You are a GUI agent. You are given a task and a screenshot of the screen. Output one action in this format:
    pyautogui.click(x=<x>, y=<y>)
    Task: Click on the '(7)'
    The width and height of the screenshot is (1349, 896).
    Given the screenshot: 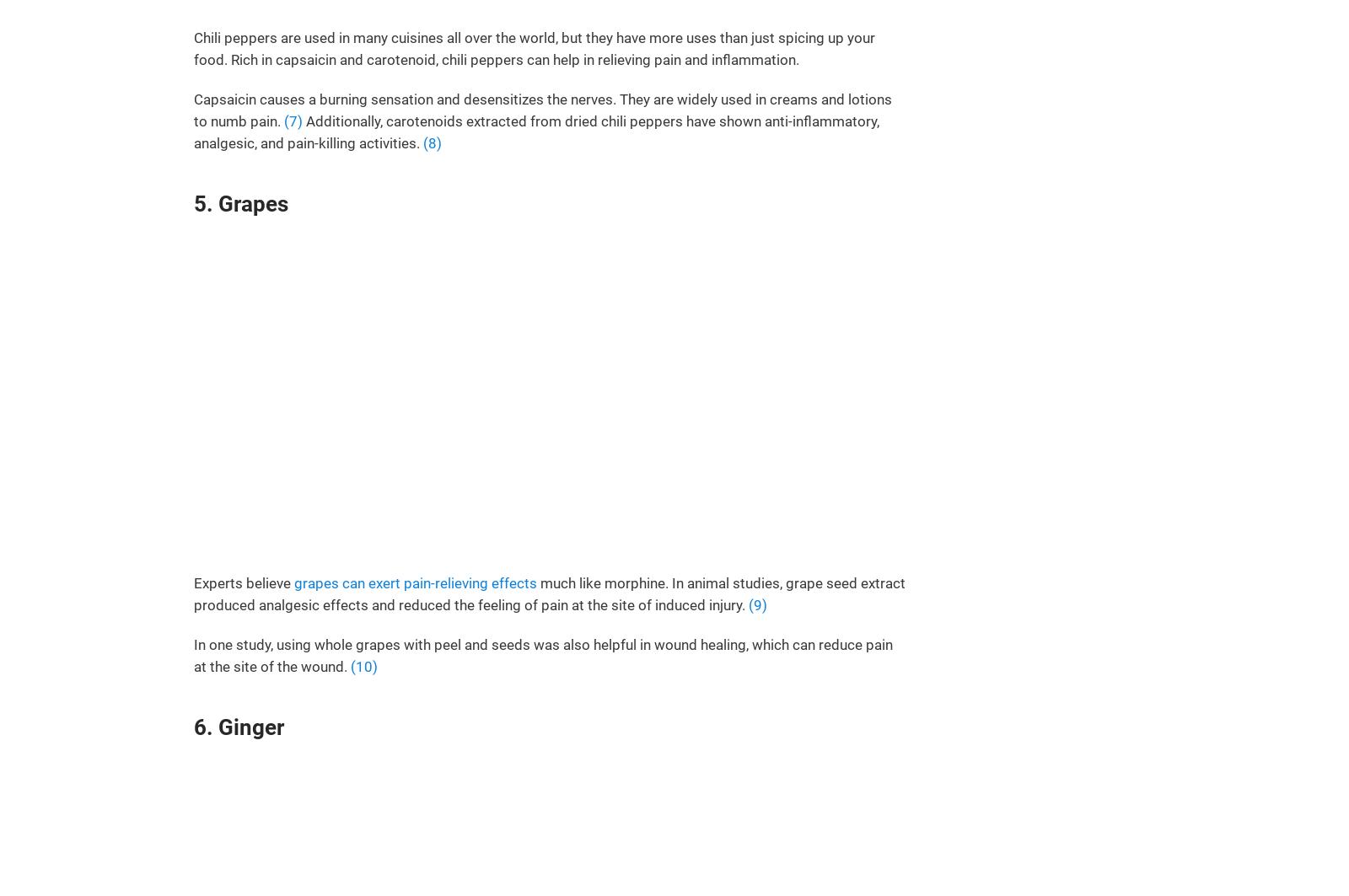 What is the action you would take?
    pyautogui.click(x=293, y=121)
    